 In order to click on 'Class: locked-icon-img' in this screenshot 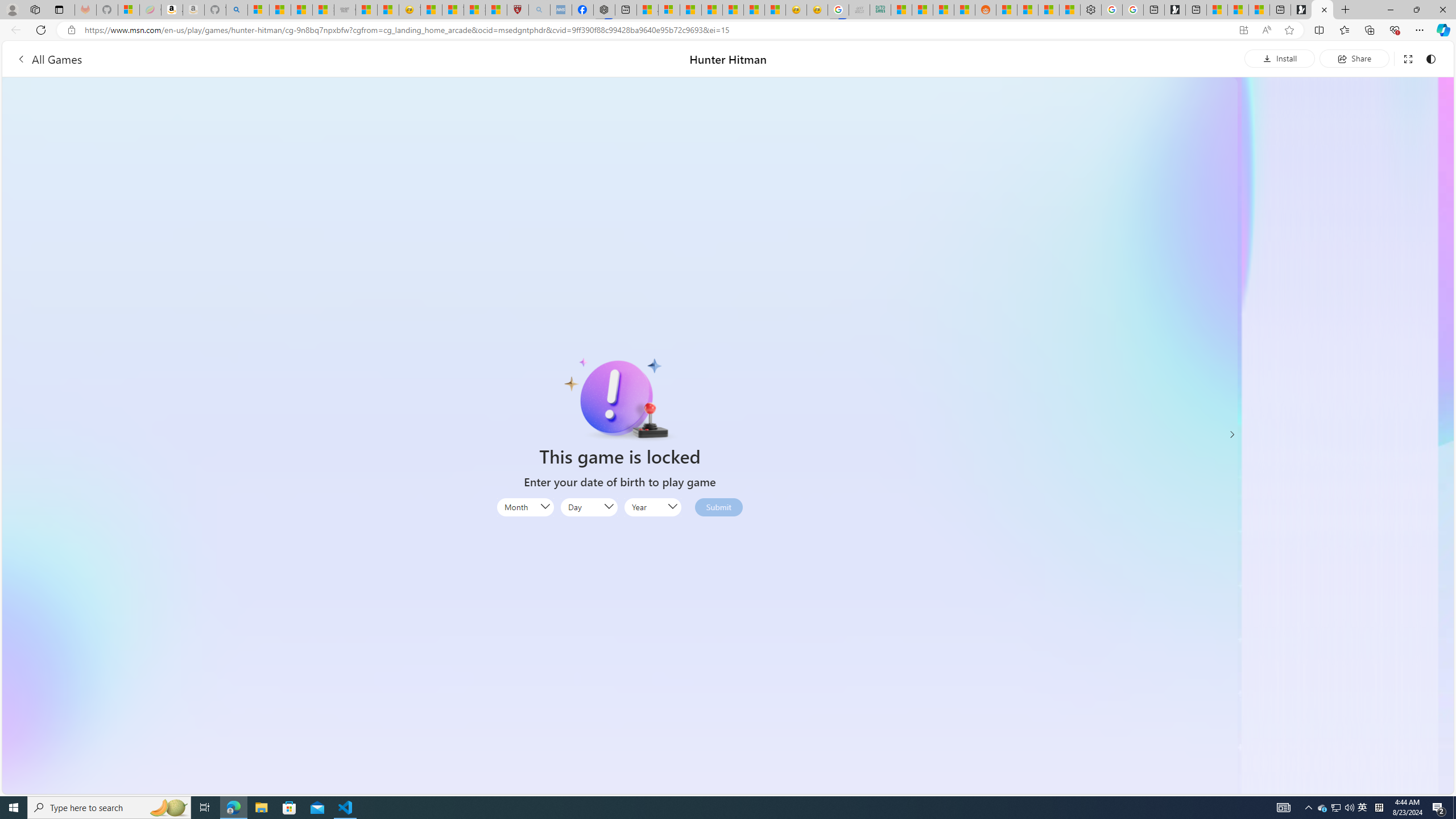, I will do `click(619, 399)`.